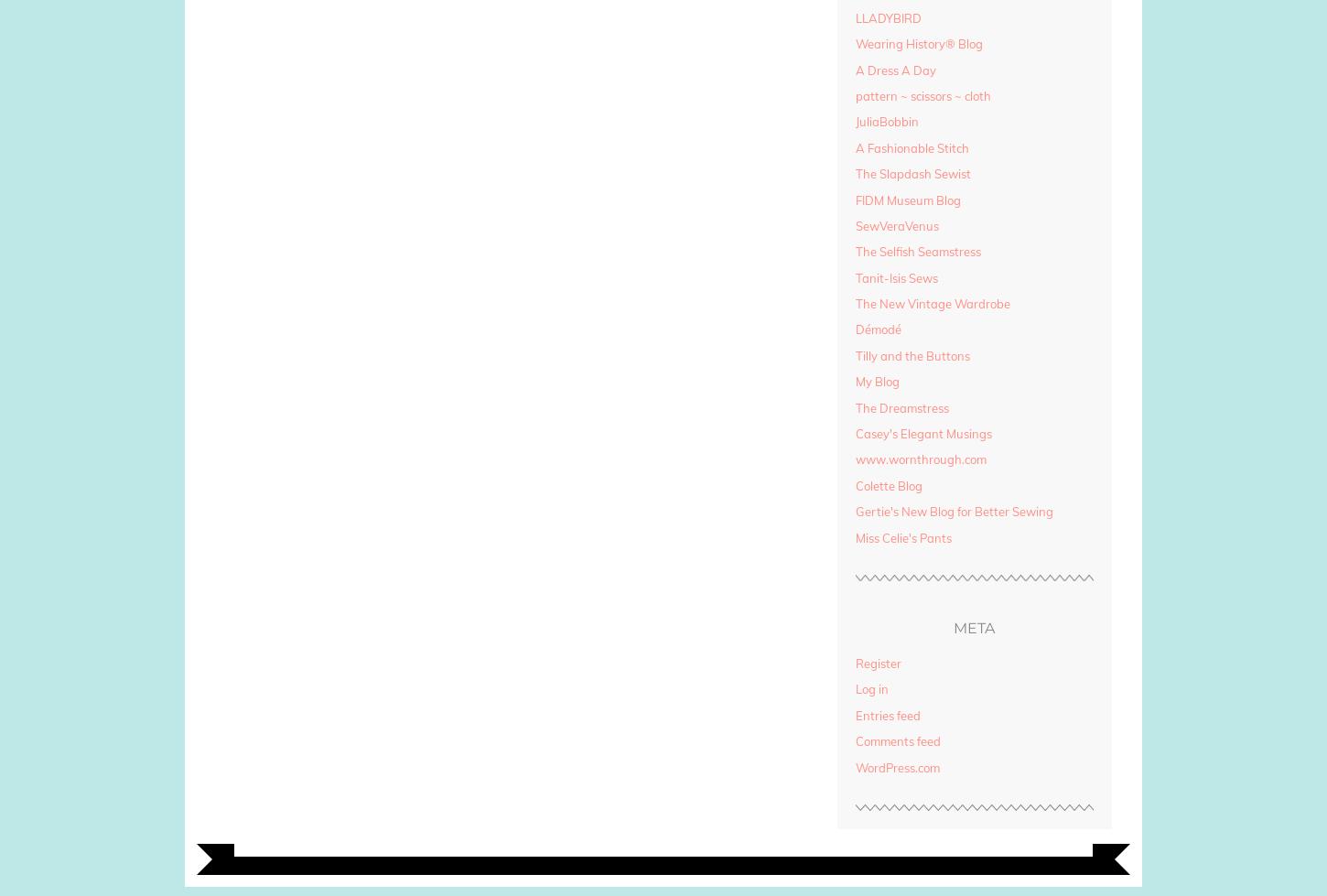 The height and width of the screenshot is (896, 1327). I want to click on 'The New Vintage Wardrobe', so click(932, 303).